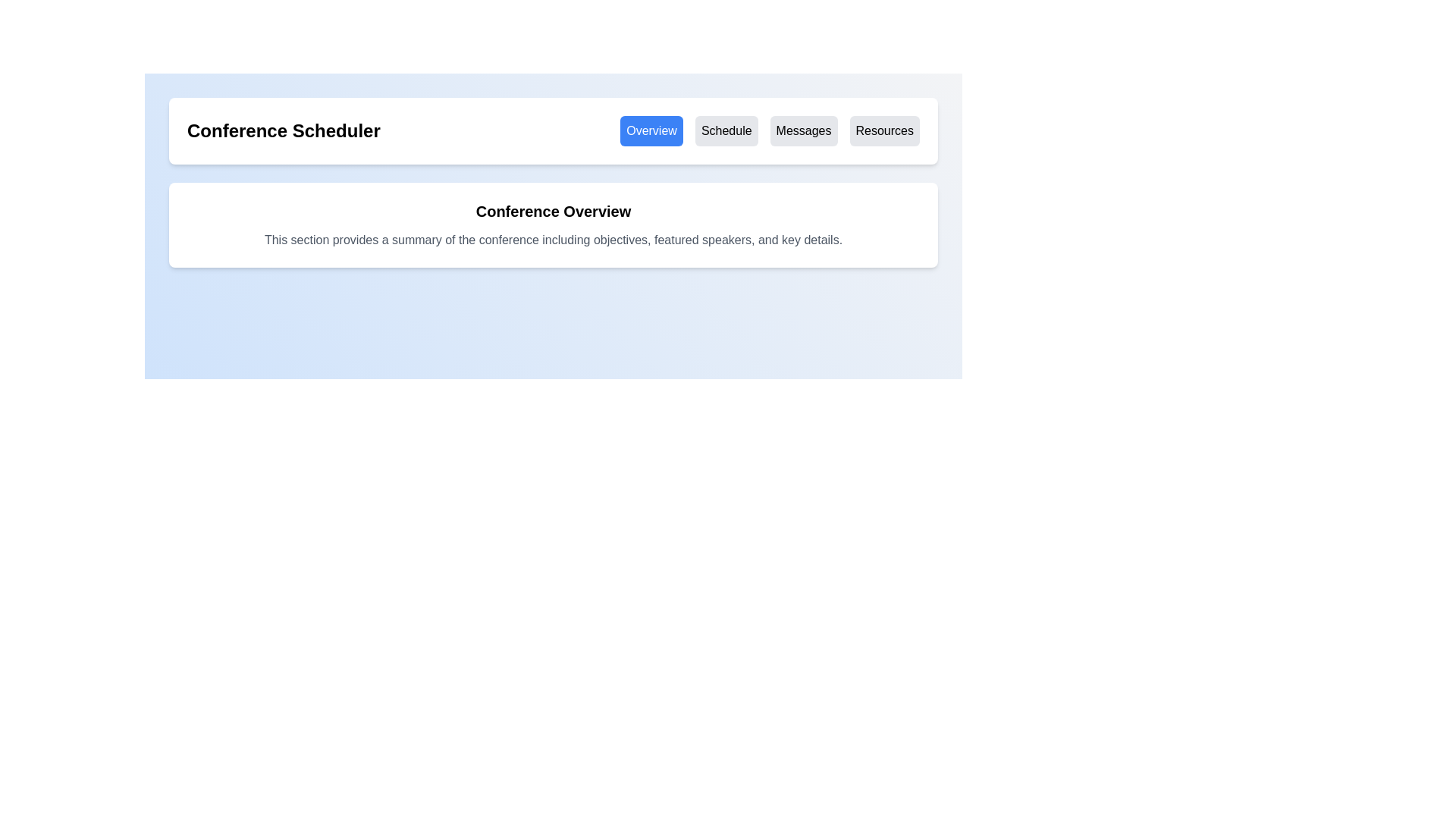 The height and width of the screenshot is (819, 1456). Describe the element at coordinates (770, 130) in the screenshot. I see `the third button under the 'Conference Scheduler' header` at that location.